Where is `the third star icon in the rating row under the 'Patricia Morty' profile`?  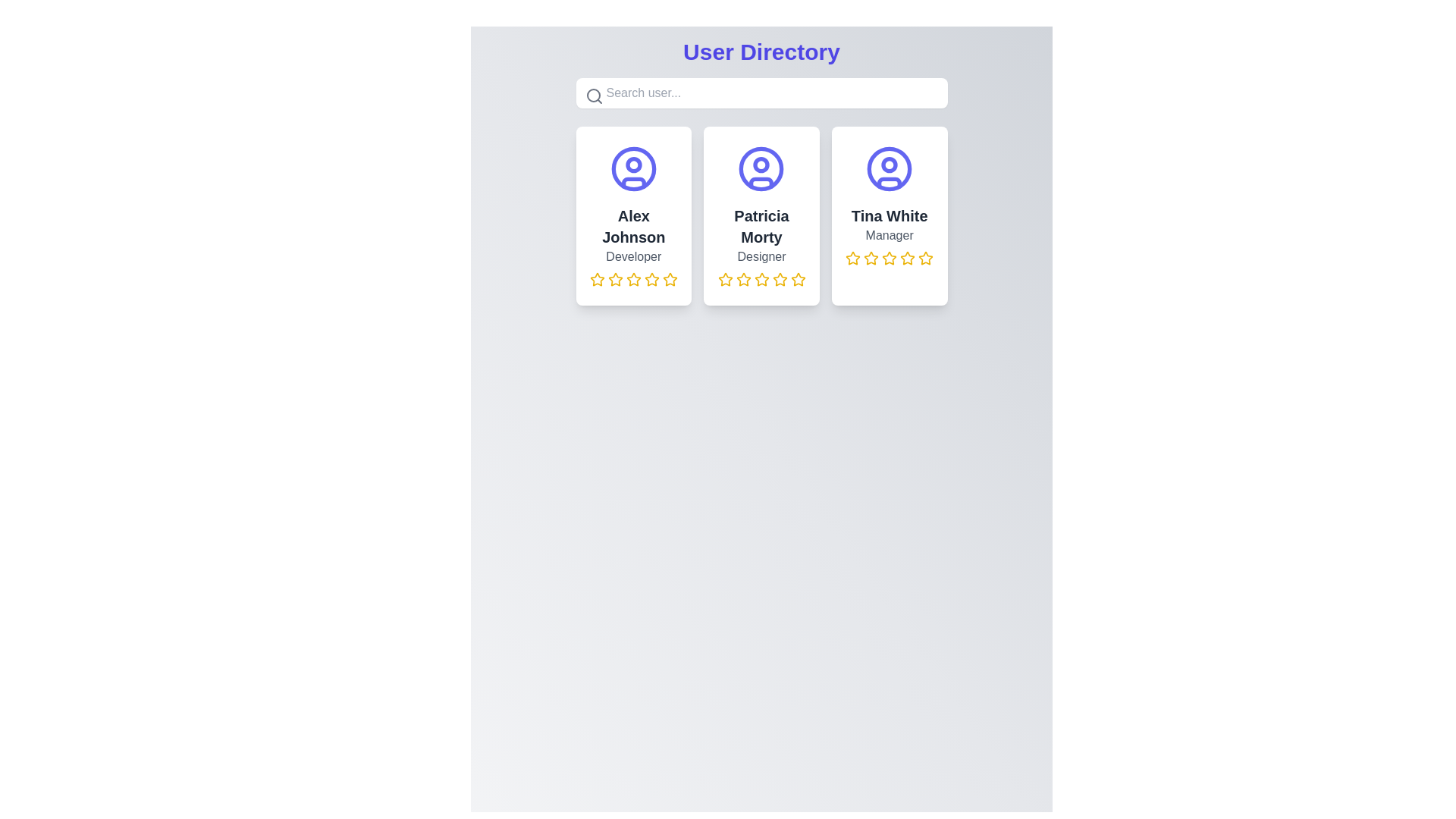
the third star icon in the rating row under the 'Patricia Morty' profile is located at coordinates (743, 279).